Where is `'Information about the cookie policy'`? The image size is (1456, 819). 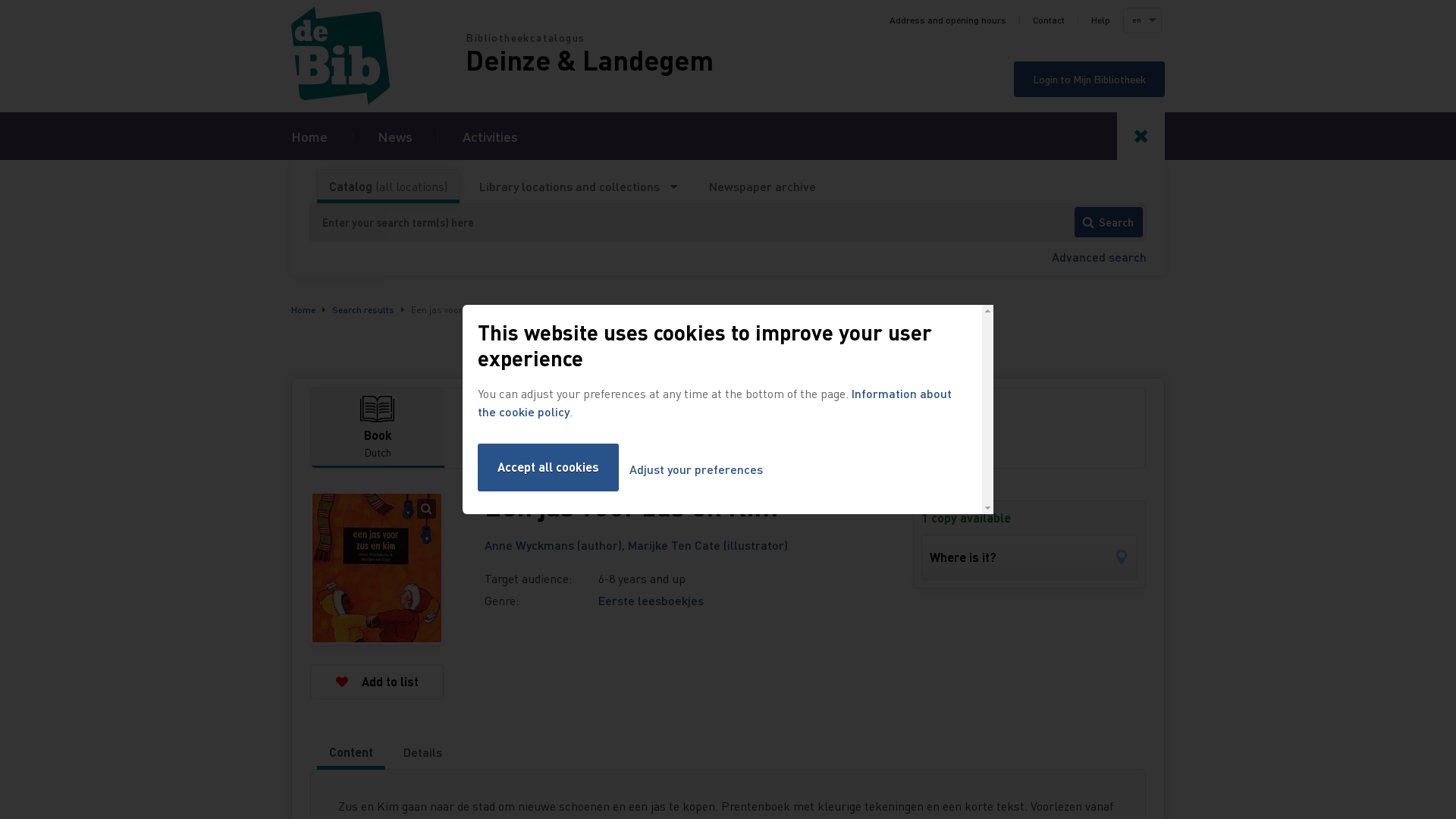
'Information about the cookie policy' is located at coordinates (714, 401).